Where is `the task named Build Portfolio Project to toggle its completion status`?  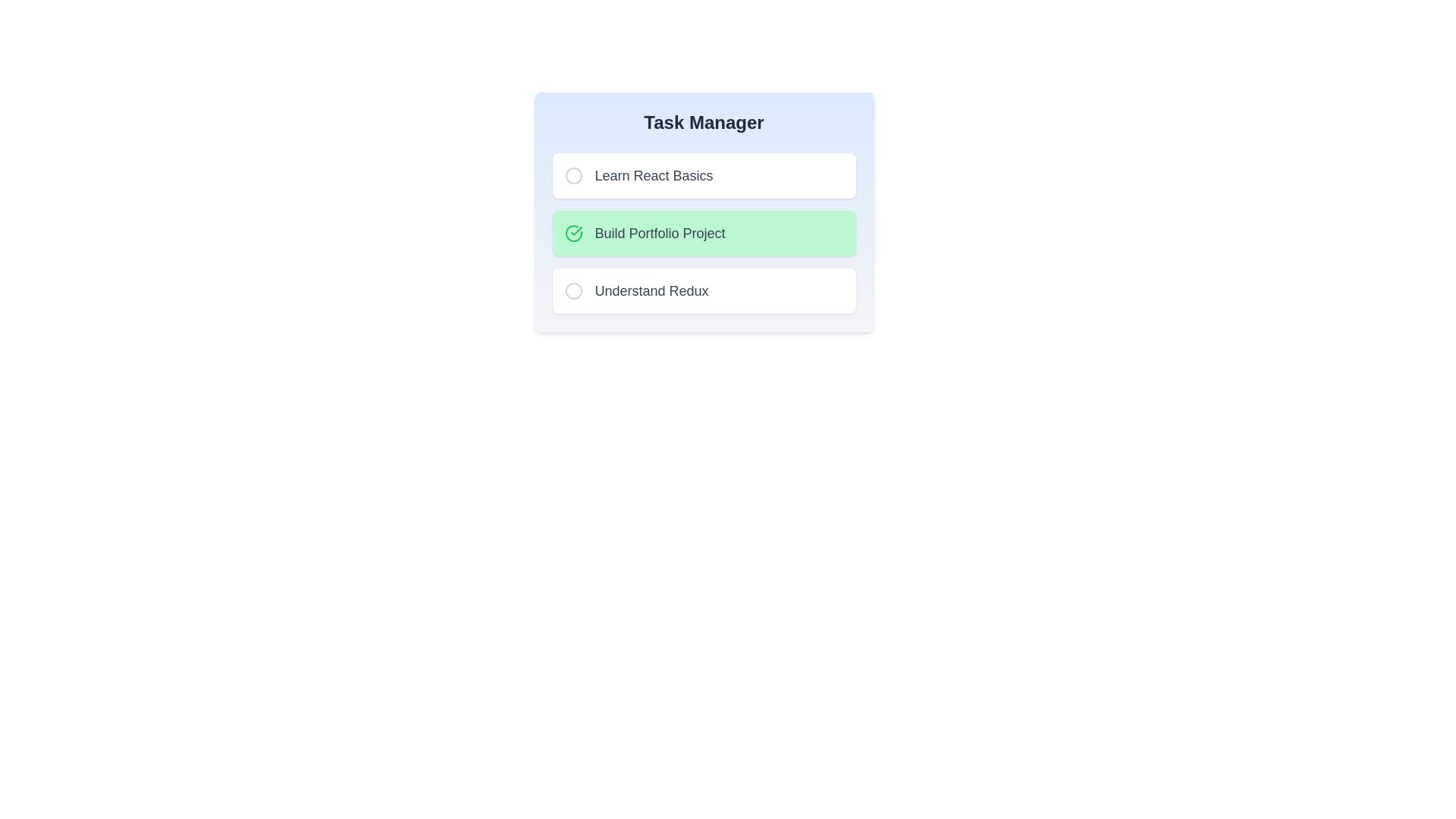
the task named Build Portfolio Project to toggle its completion status is located at coordinates (703, 234).